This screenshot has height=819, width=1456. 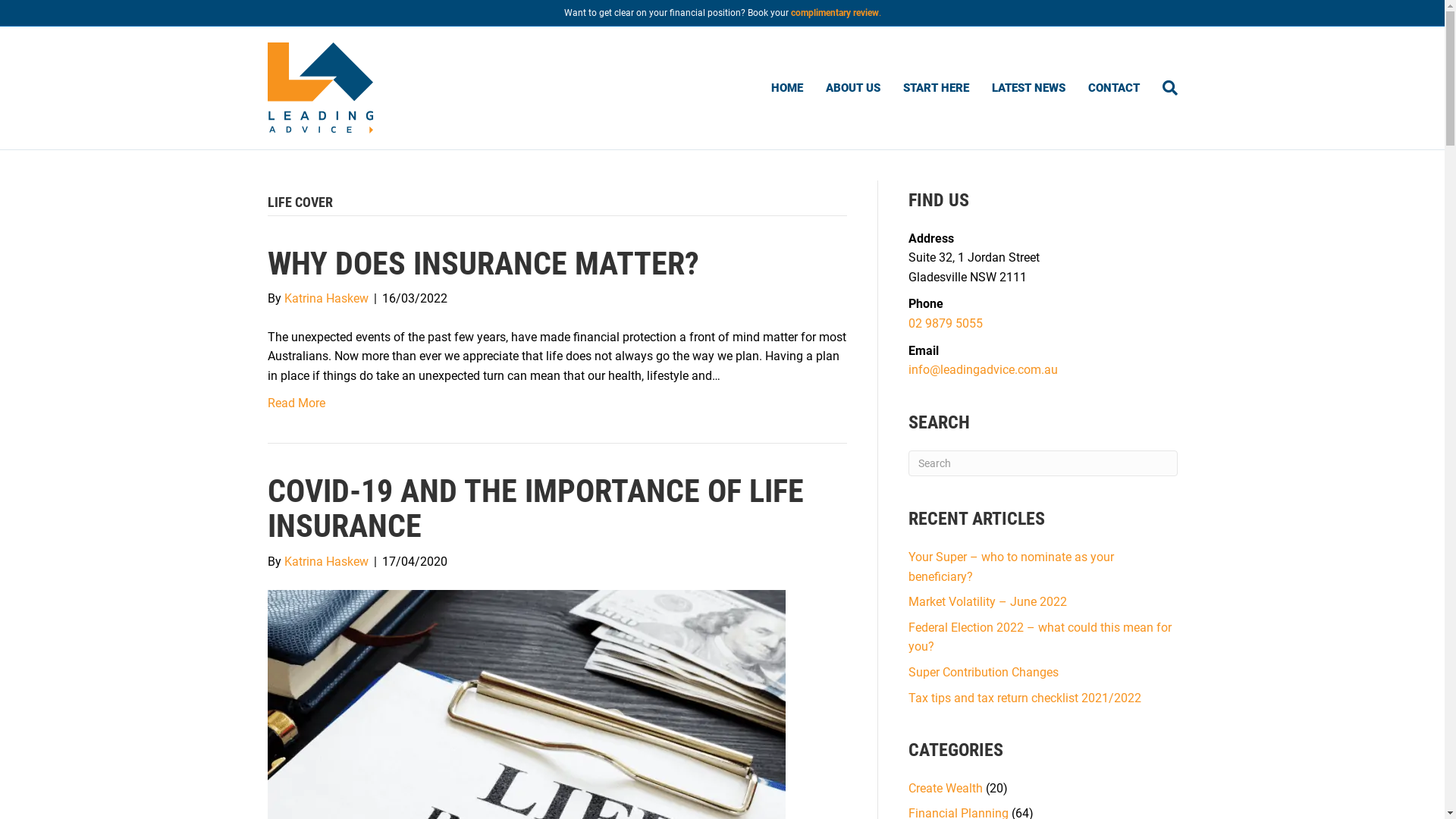 What do you see at coordinates (833, 12) in the screenshot?
I see `'complimentary review'` at bounding box center [833, 12].